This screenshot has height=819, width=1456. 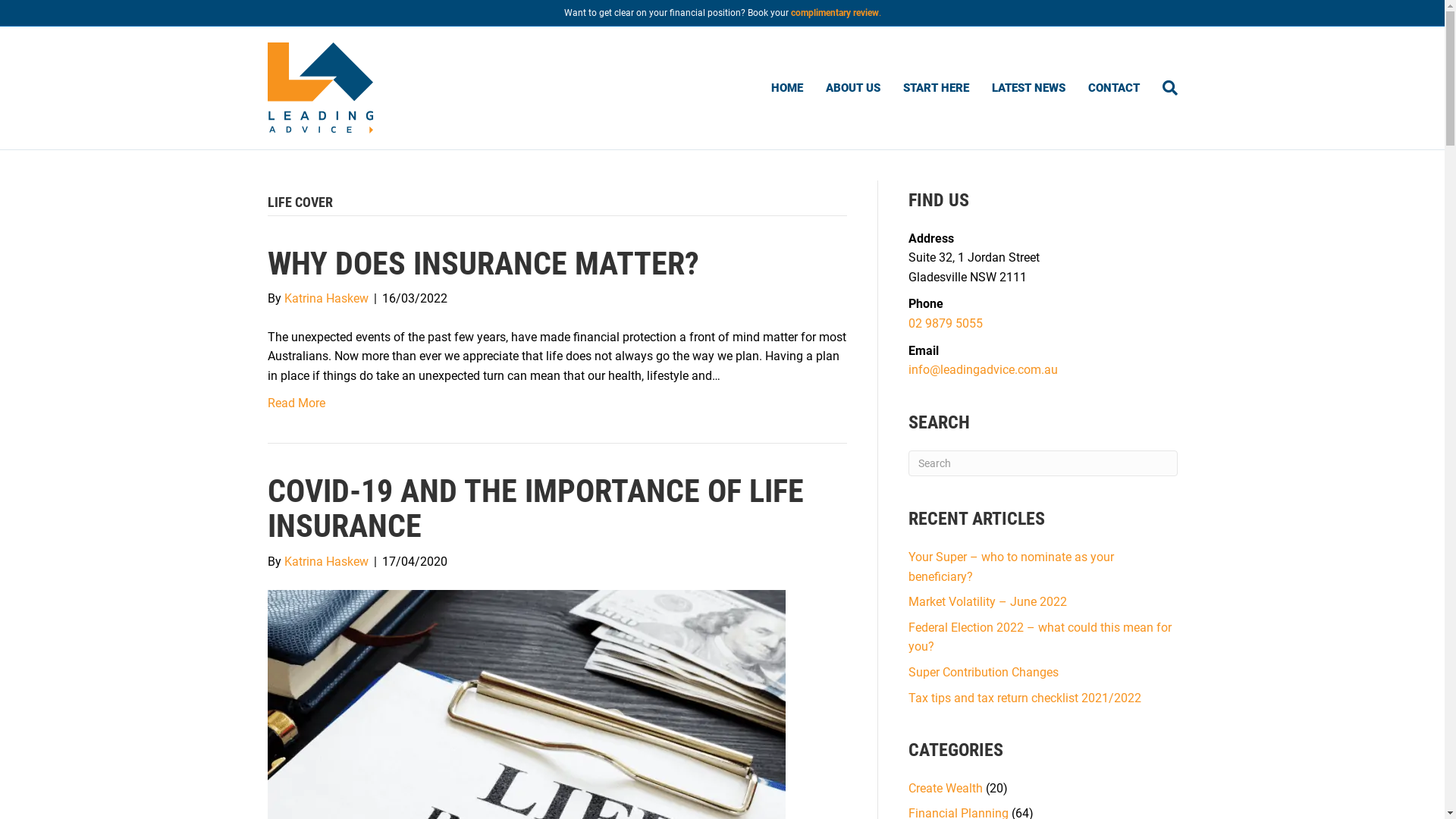 What do you see at coordinates (833, 12) in the screenshot?
I see `'complimentary review'` at bounding box center [833, 12].